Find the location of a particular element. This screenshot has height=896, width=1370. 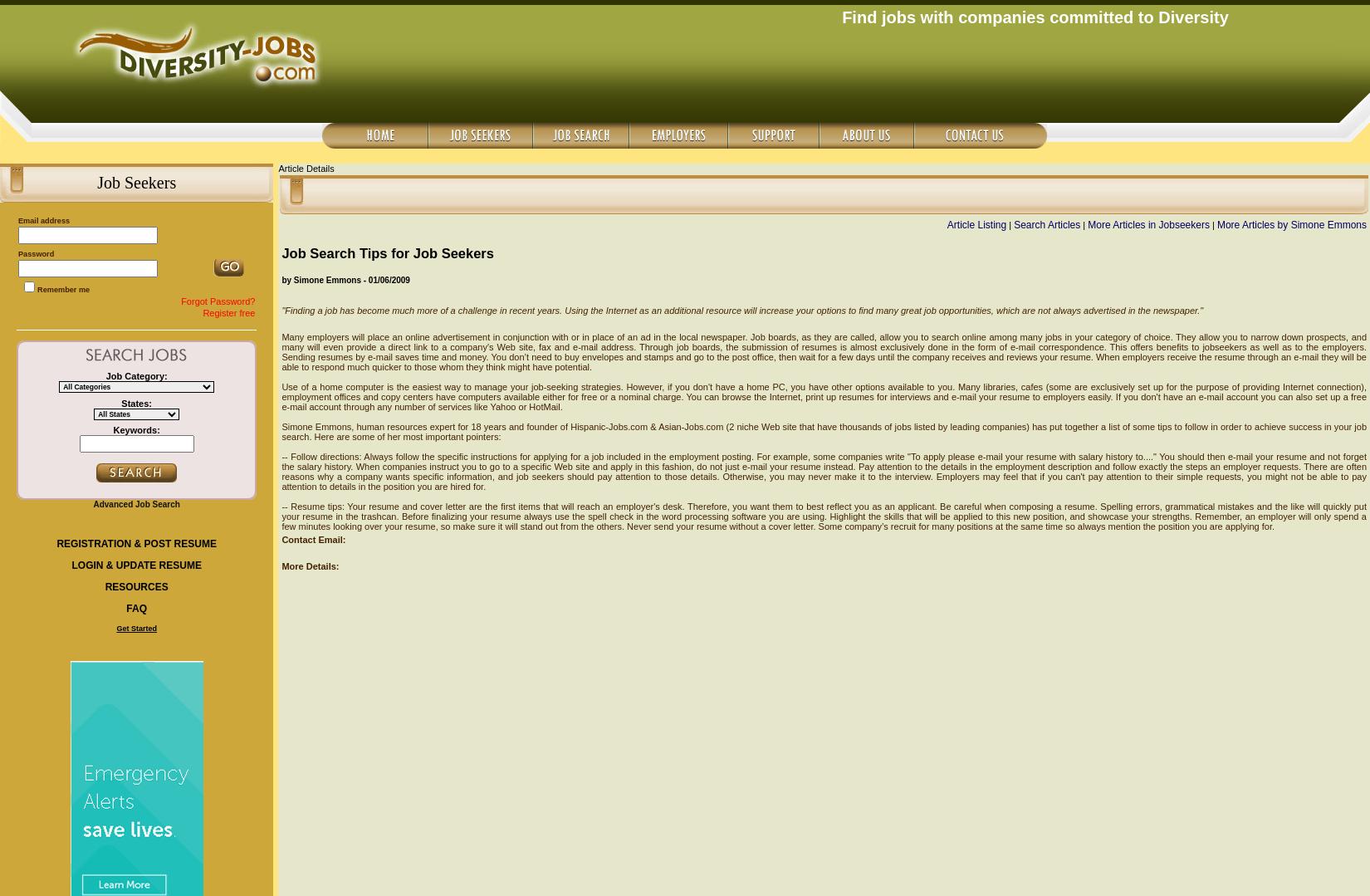

'Article Details' is located at coordinates (277, 168).